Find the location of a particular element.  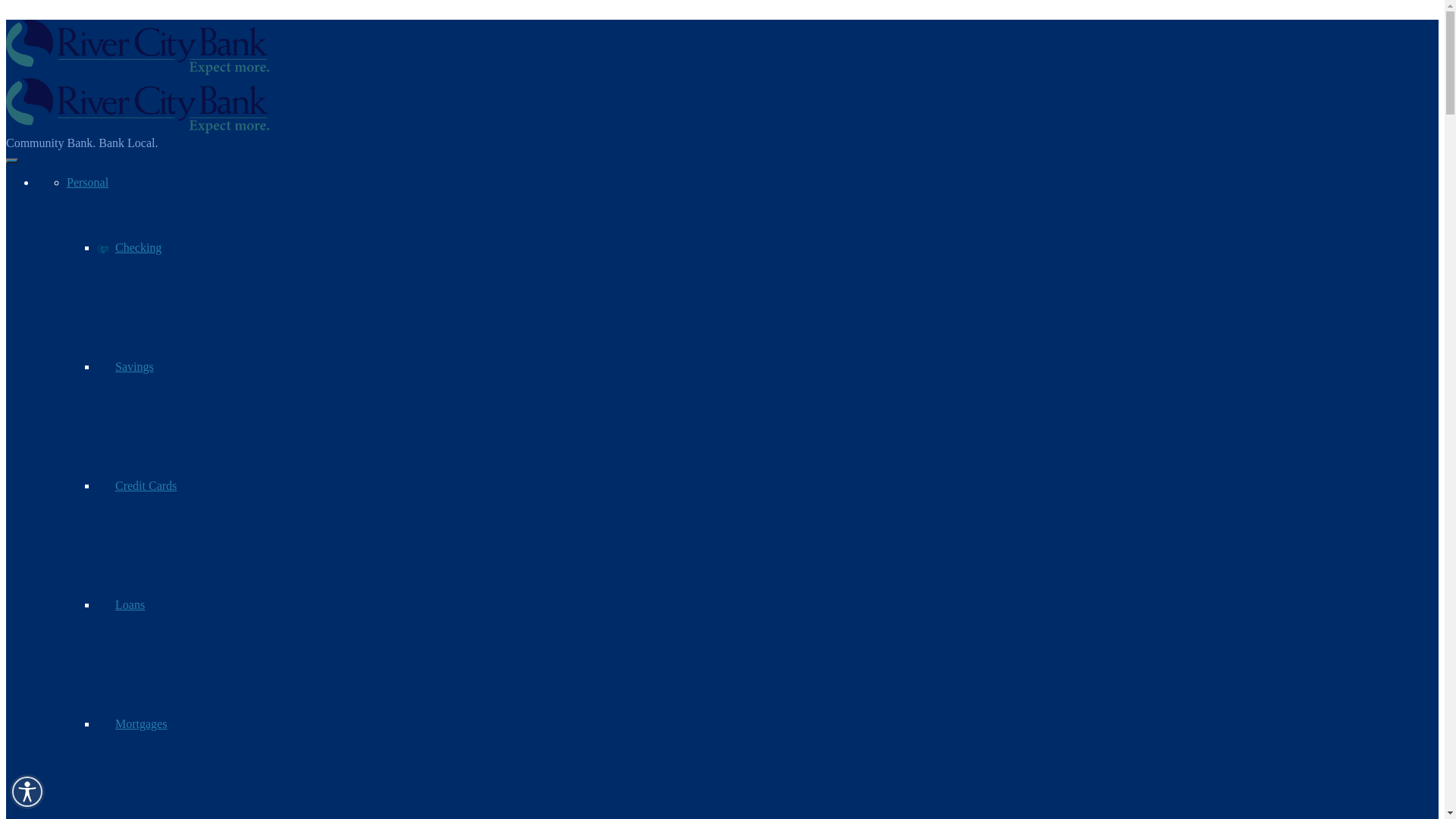

'Savings' is located at coordinates (125, 366).